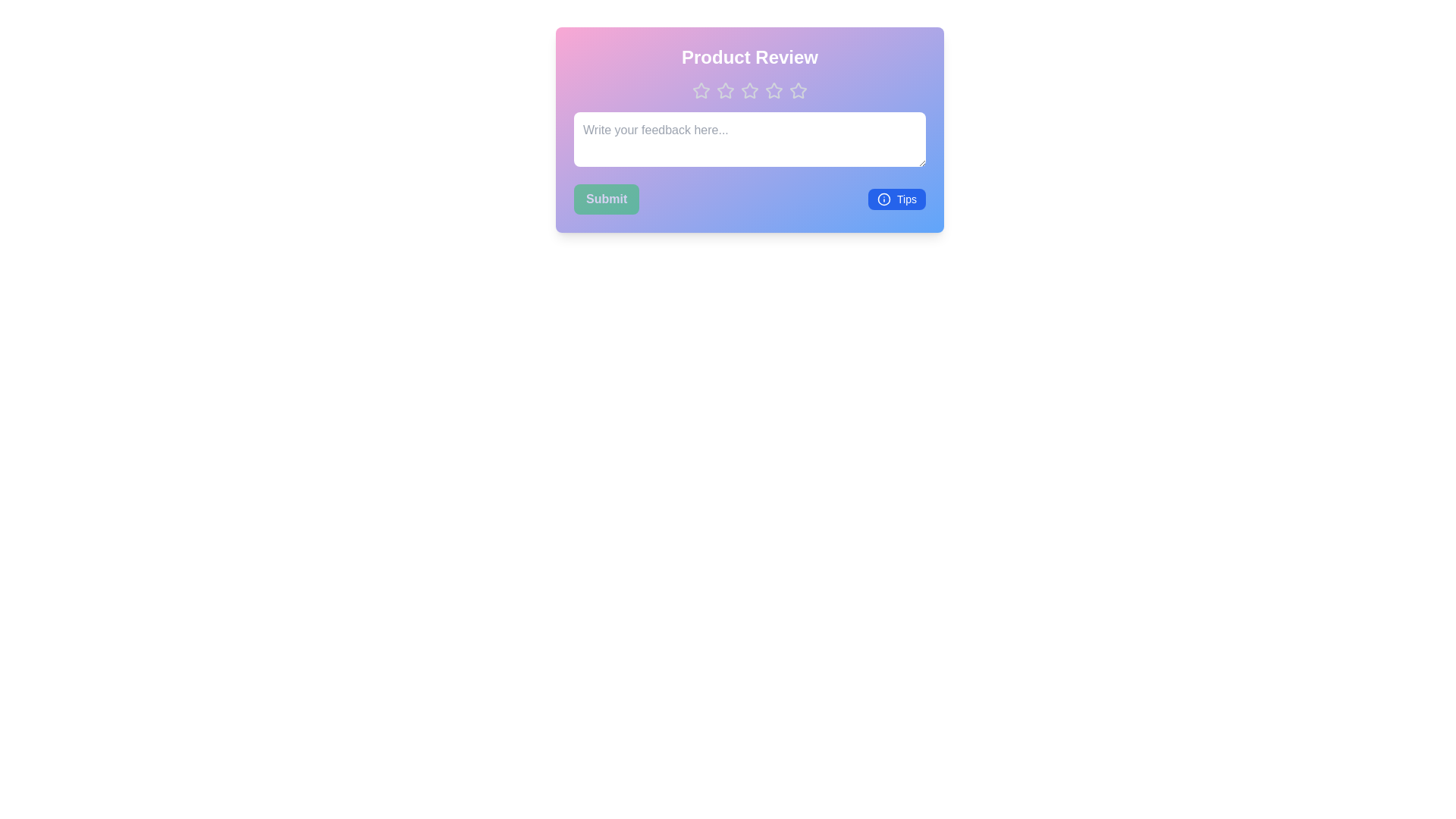 This screenshot has height=819, width=1456. What do you see at coordinates (607, 198) in the screenshot?
I see `the 'Submit' button to submit the review` at bounding box center [607, 198].